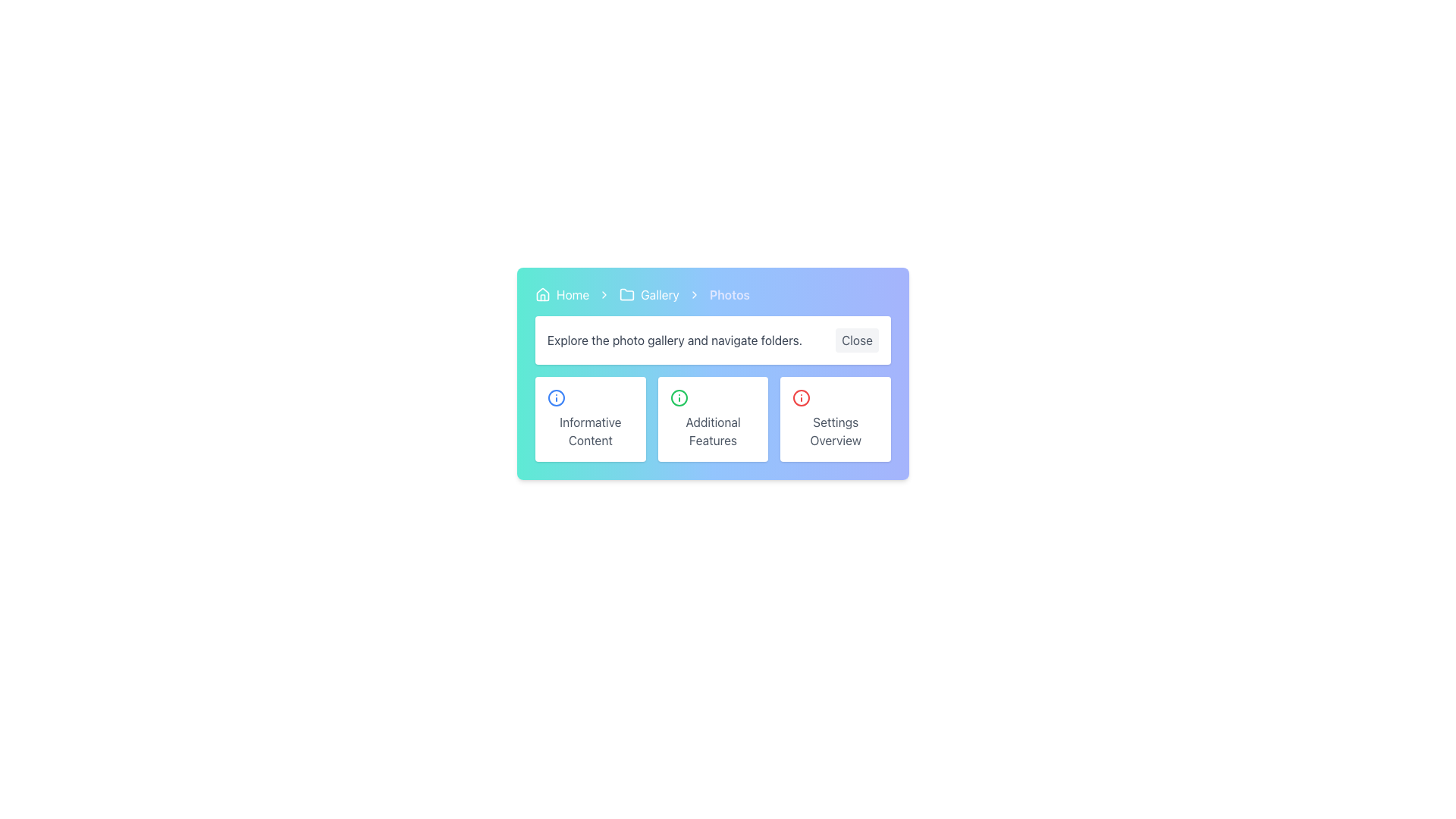  What do you see at coordinates (660, 295) in the screenshot?
I see `the navigation step represented` at bounding box center [660, 295].